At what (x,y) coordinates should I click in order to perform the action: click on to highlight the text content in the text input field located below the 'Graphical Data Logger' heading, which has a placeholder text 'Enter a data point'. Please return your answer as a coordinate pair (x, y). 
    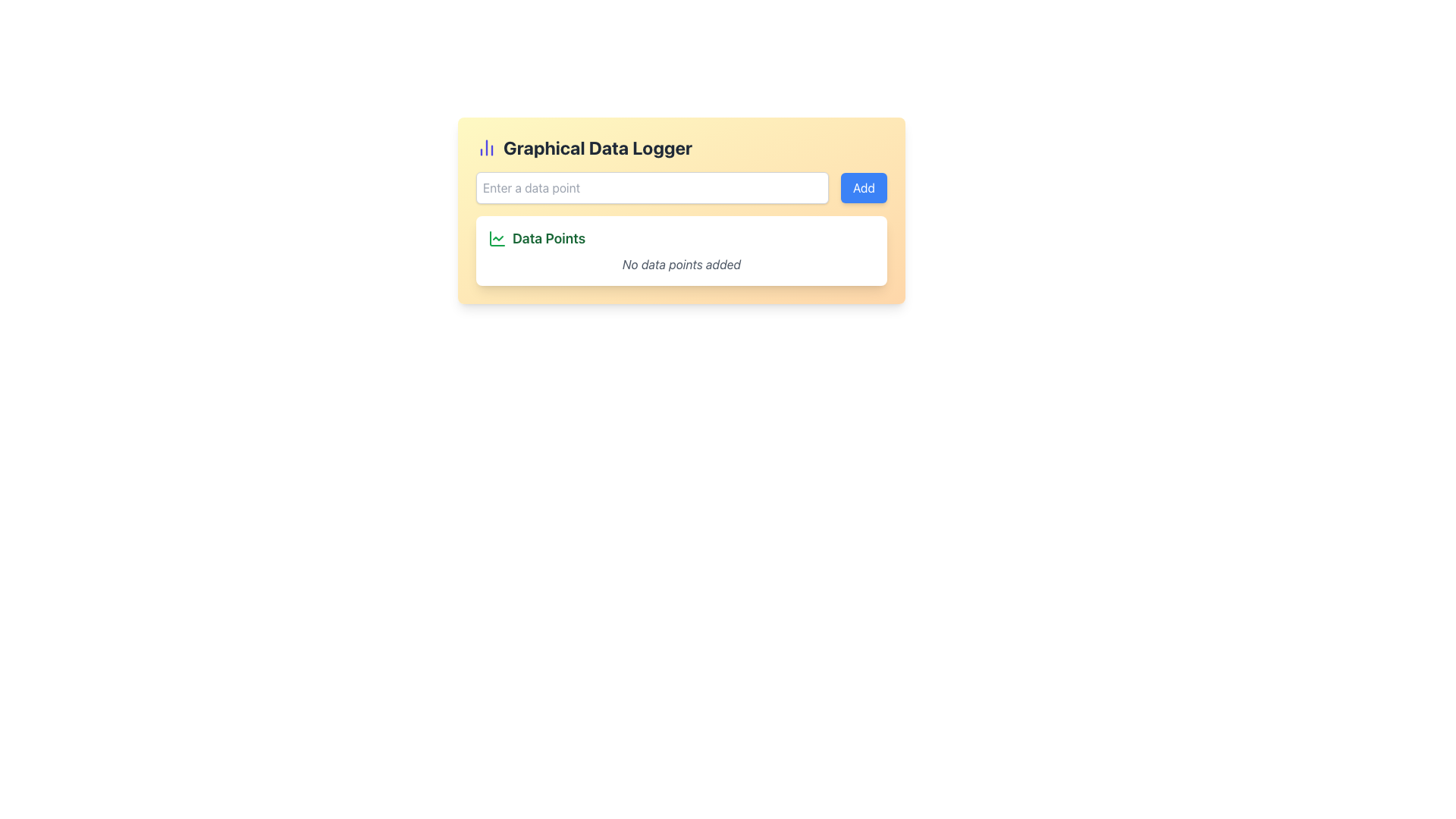
    Looking at the image, I should click on (680, 187).